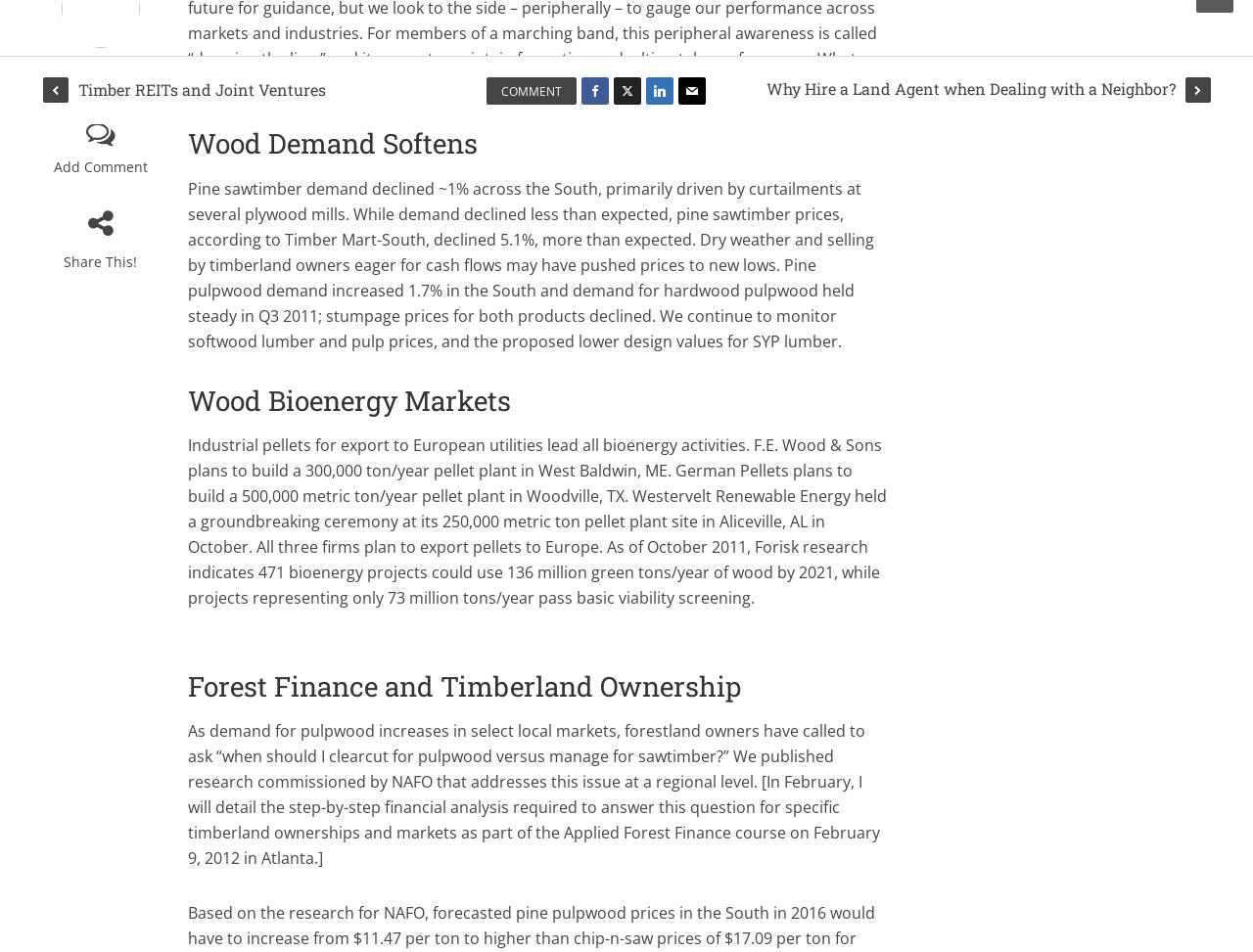  I want to click on 'Wood Demand Softens', so click(332, 143).